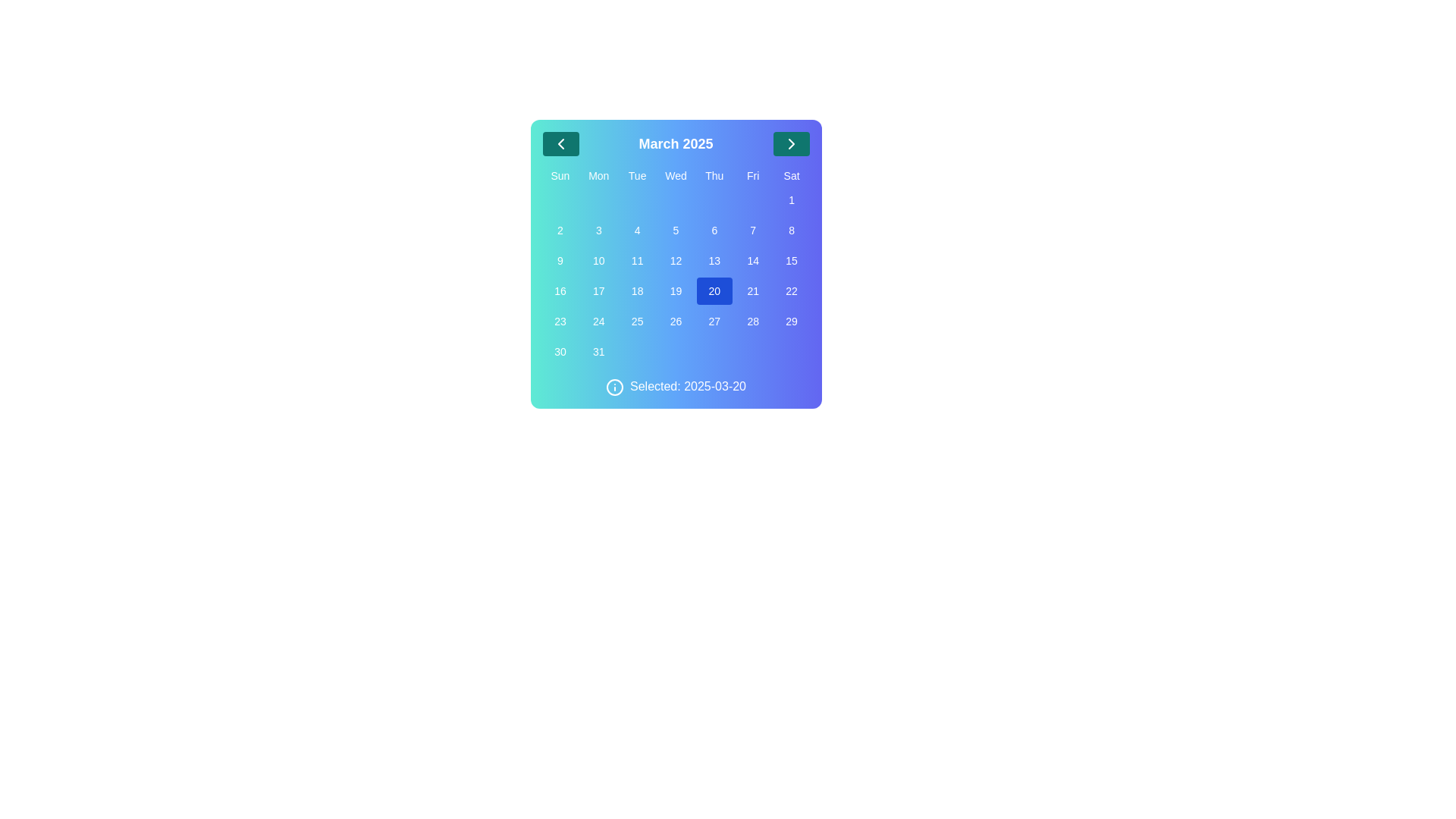 This screenshot has width=1456, height=819. Describe the element at coordinates (675, 143) in the screenshot. I see `the header text component that displays the current month and year in the calendar interface` at that location.